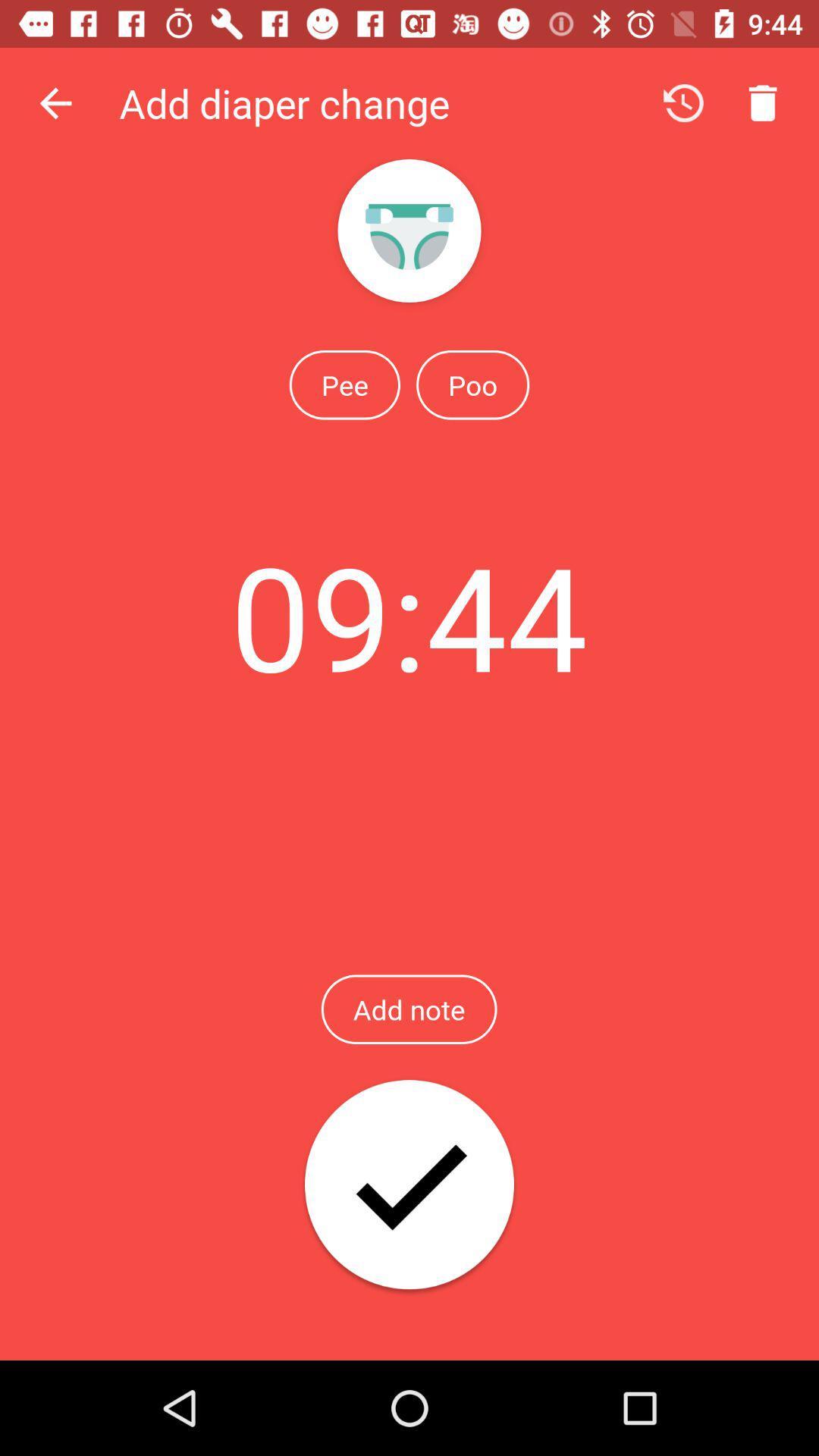  I want to click on the item to the left of the poo icon, so click(344, 384).